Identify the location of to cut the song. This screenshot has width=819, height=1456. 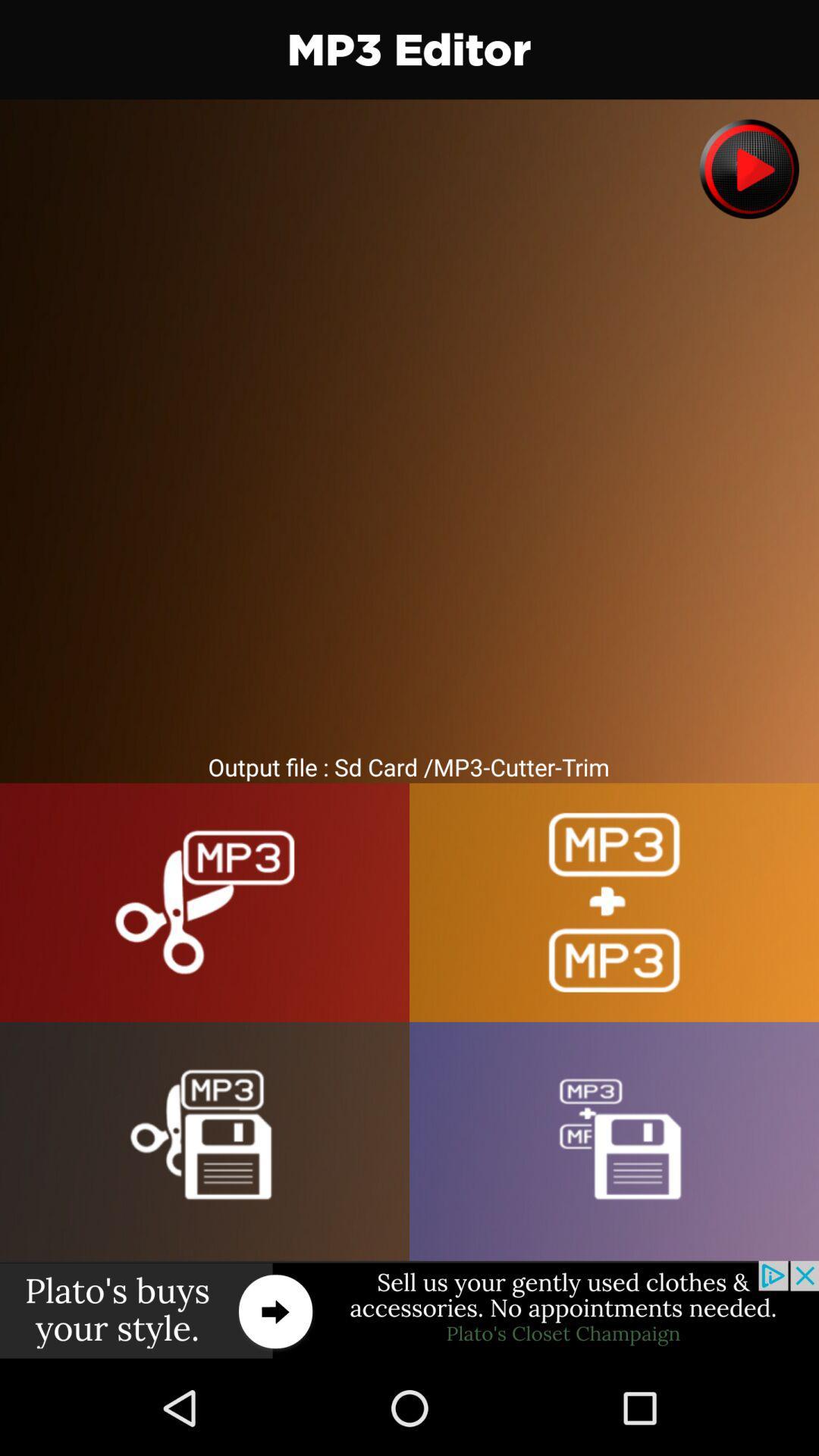
(205, 902).